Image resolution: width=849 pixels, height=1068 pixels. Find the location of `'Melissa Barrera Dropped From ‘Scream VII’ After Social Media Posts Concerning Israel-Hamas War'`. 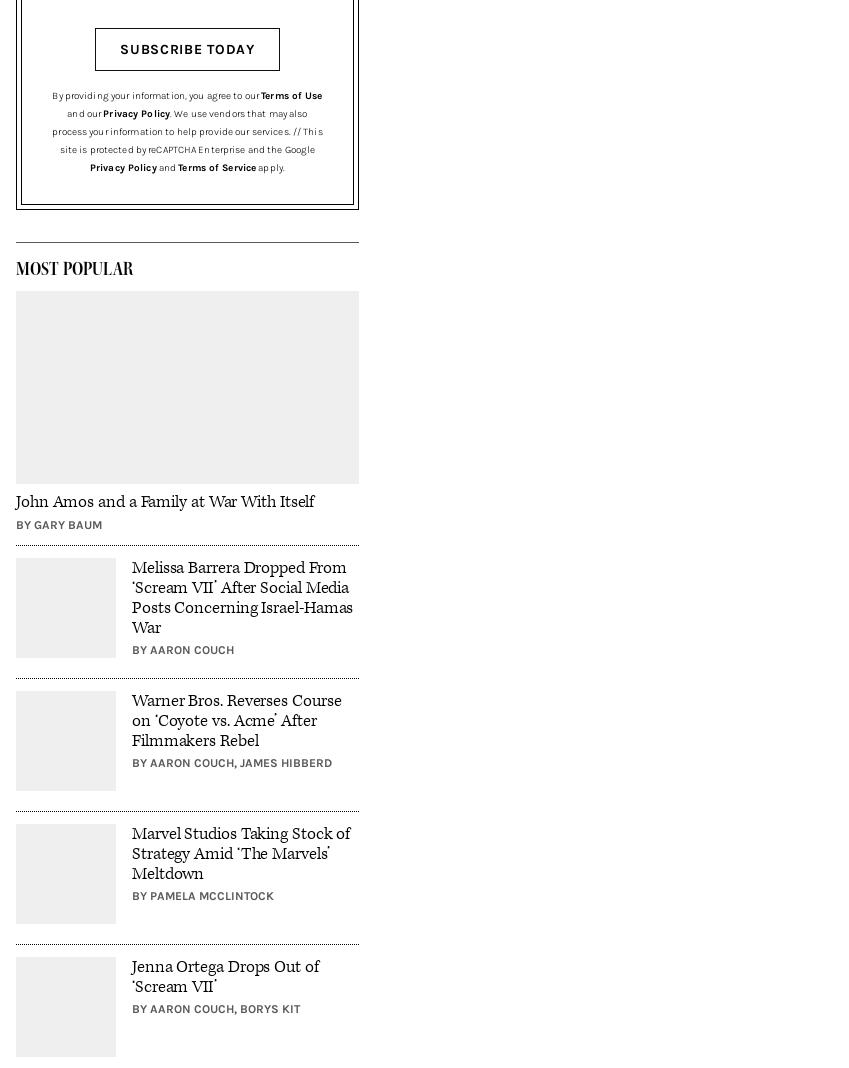

'Melissa Barrera Dropped From ‘Scream VII’ After Social Media Posts Concerning Israel-Hamas War' is located at coordinates (242, 596).